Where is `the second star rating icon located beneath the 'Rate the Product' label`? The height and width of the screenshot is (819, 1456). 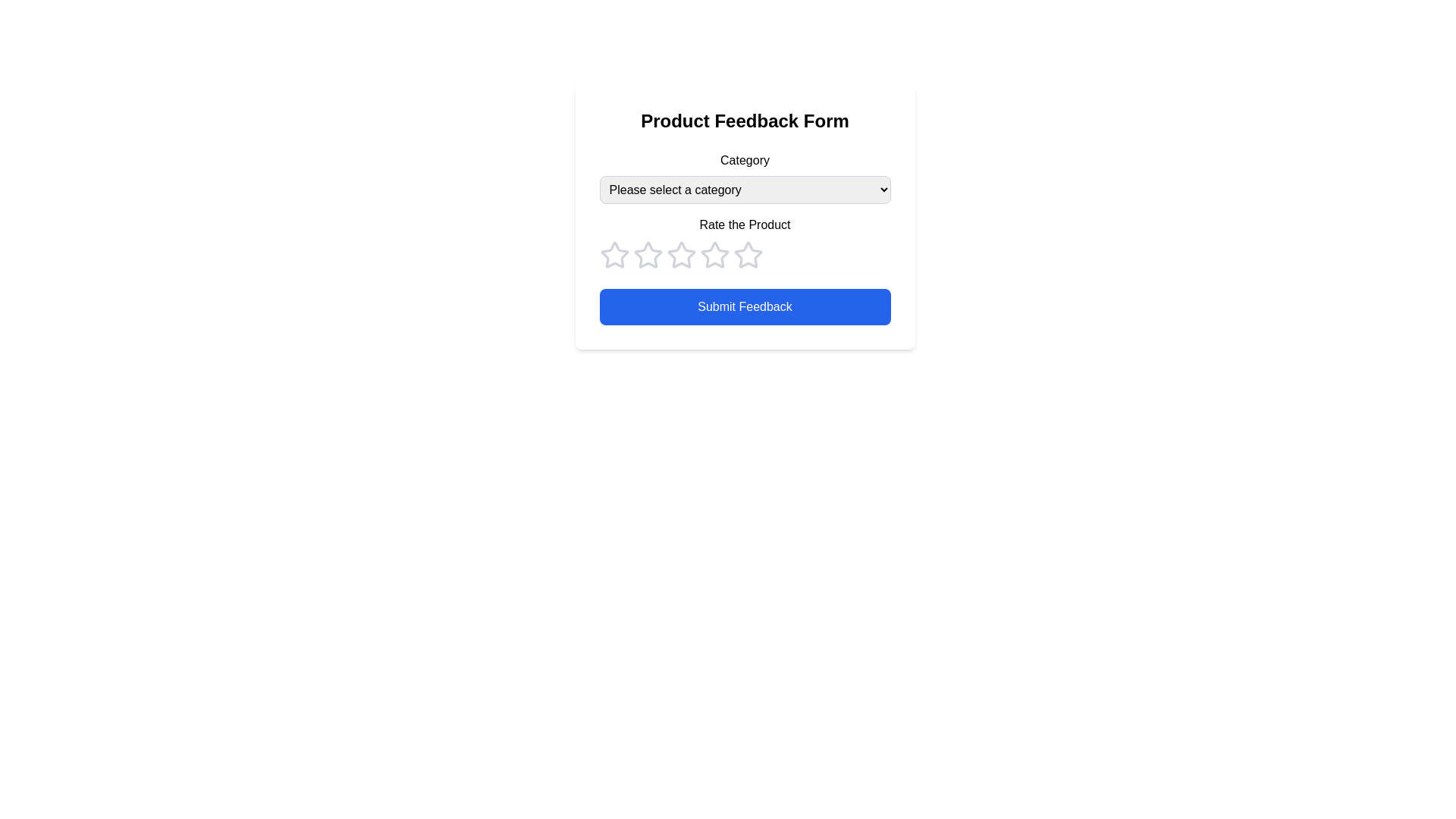 the second star rating icon located beneath the 'Rate the Product' label is located at coordinates (648, 254).